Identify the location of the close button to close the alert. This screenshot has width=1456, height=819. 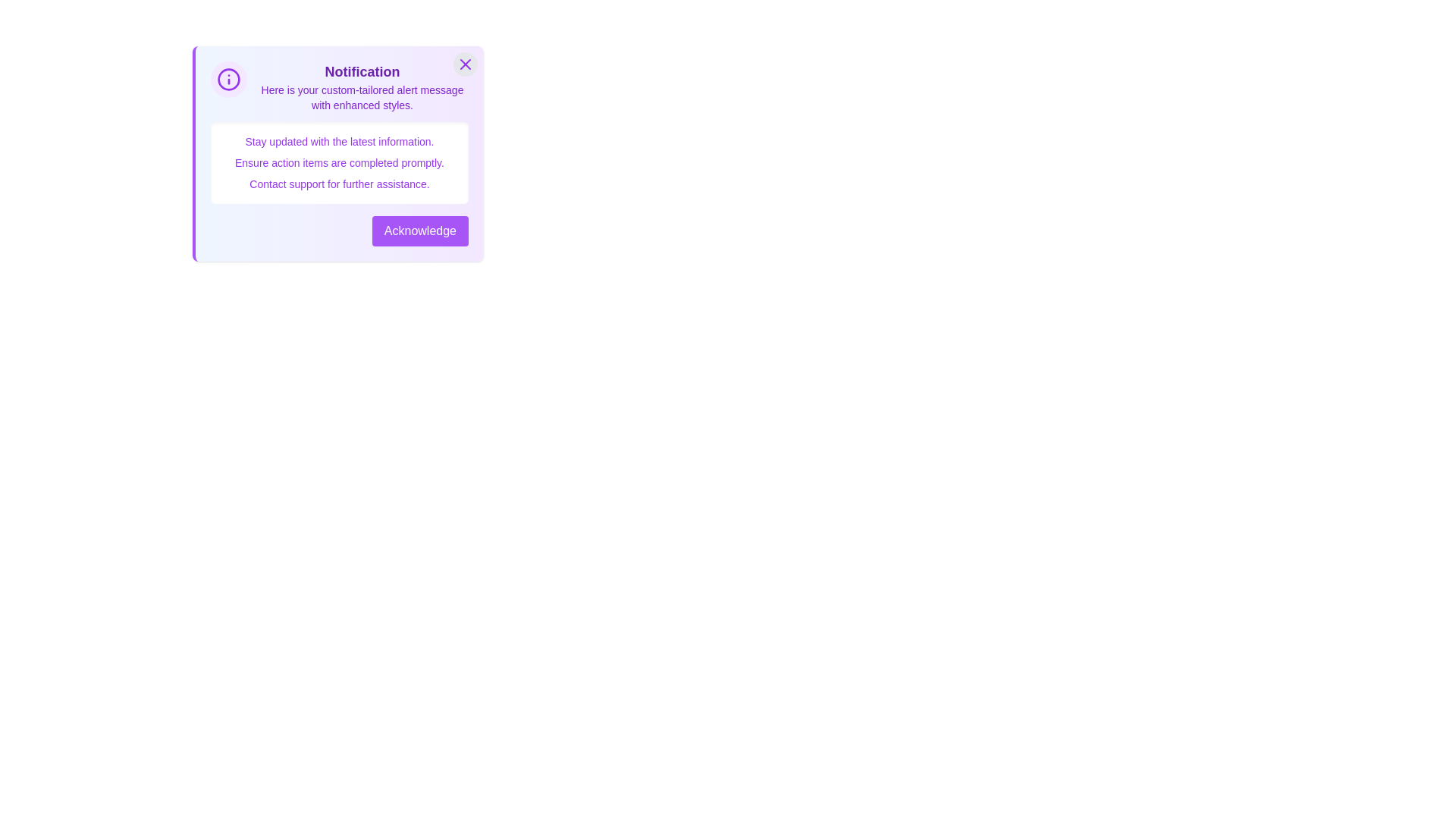
(465, 63).